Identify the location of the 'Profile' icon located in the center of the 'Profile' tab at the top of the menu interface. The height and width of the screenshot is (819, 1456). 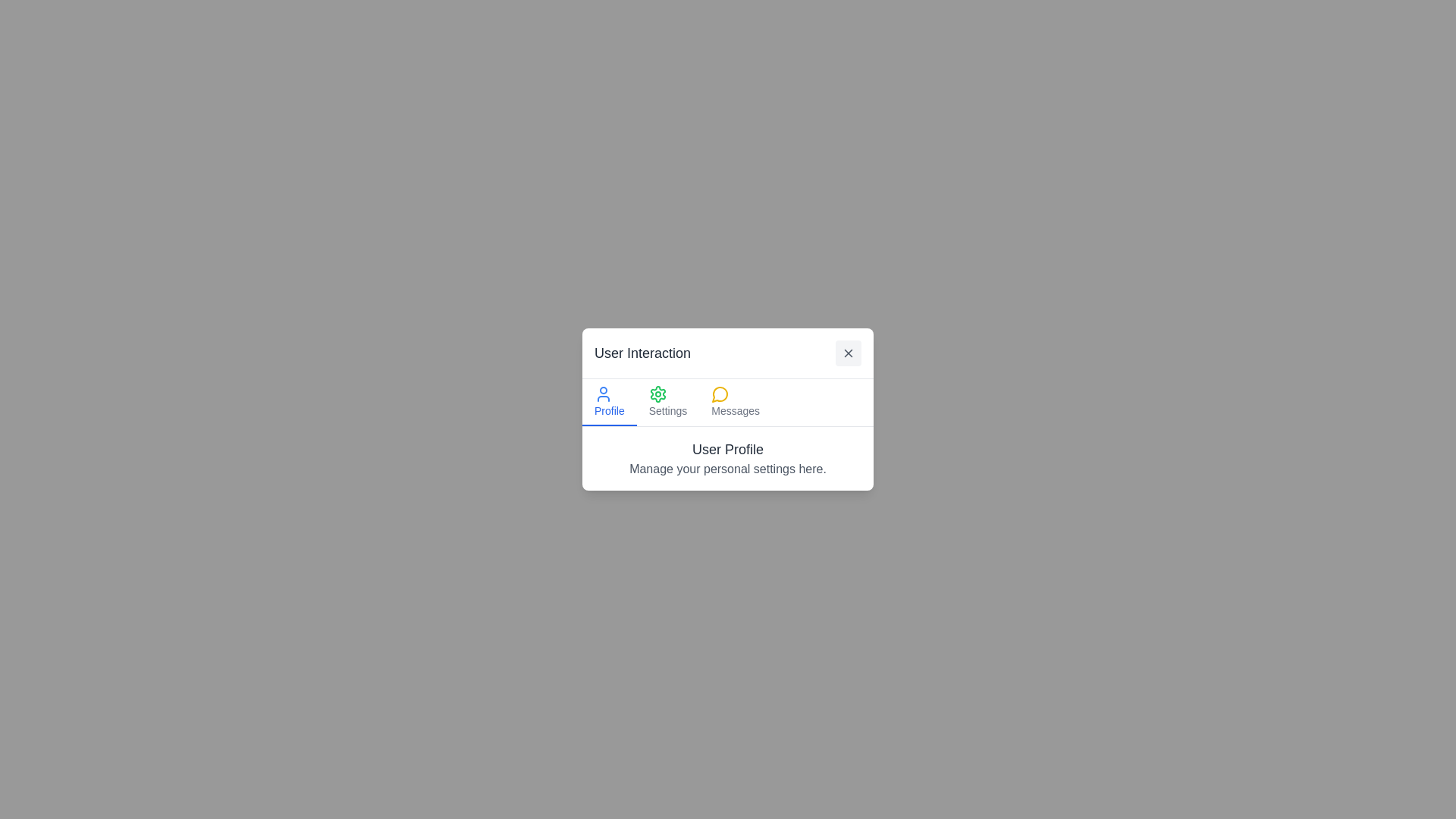
(603, 394).